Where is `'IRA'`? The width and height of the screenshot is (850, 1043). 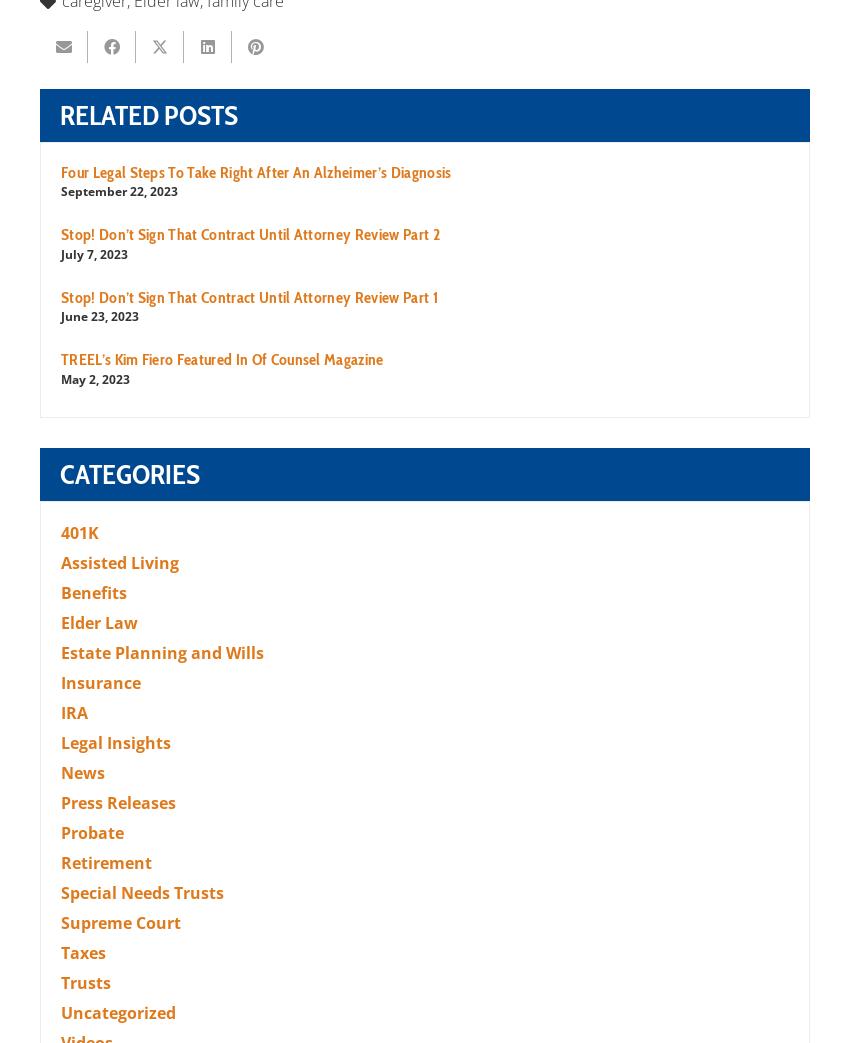 'IRA' is located at coordinates (74, 712).